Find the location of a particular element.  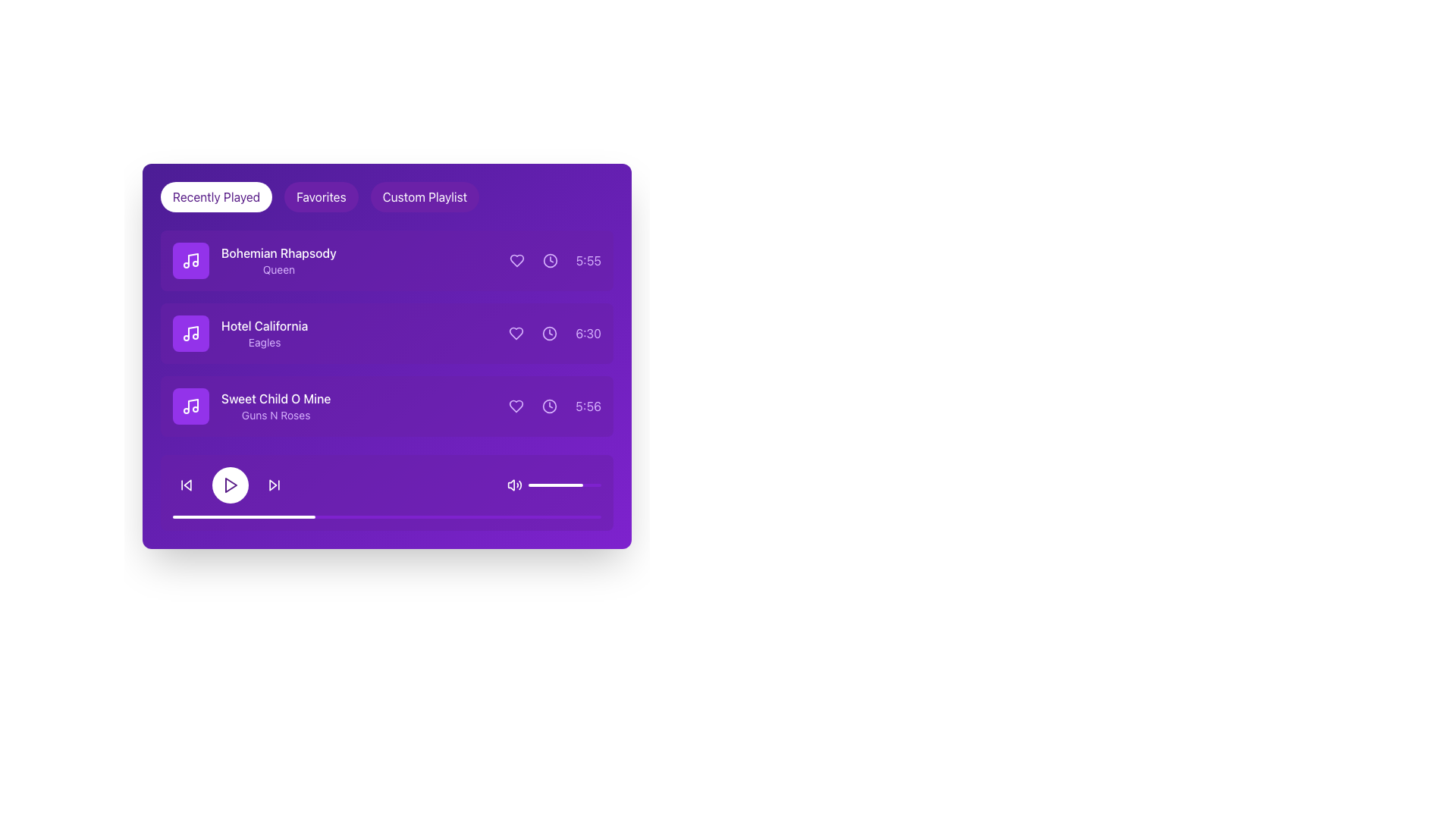

the 'like' button located next to 'Hotel California' is located at coordinates (516, 332).